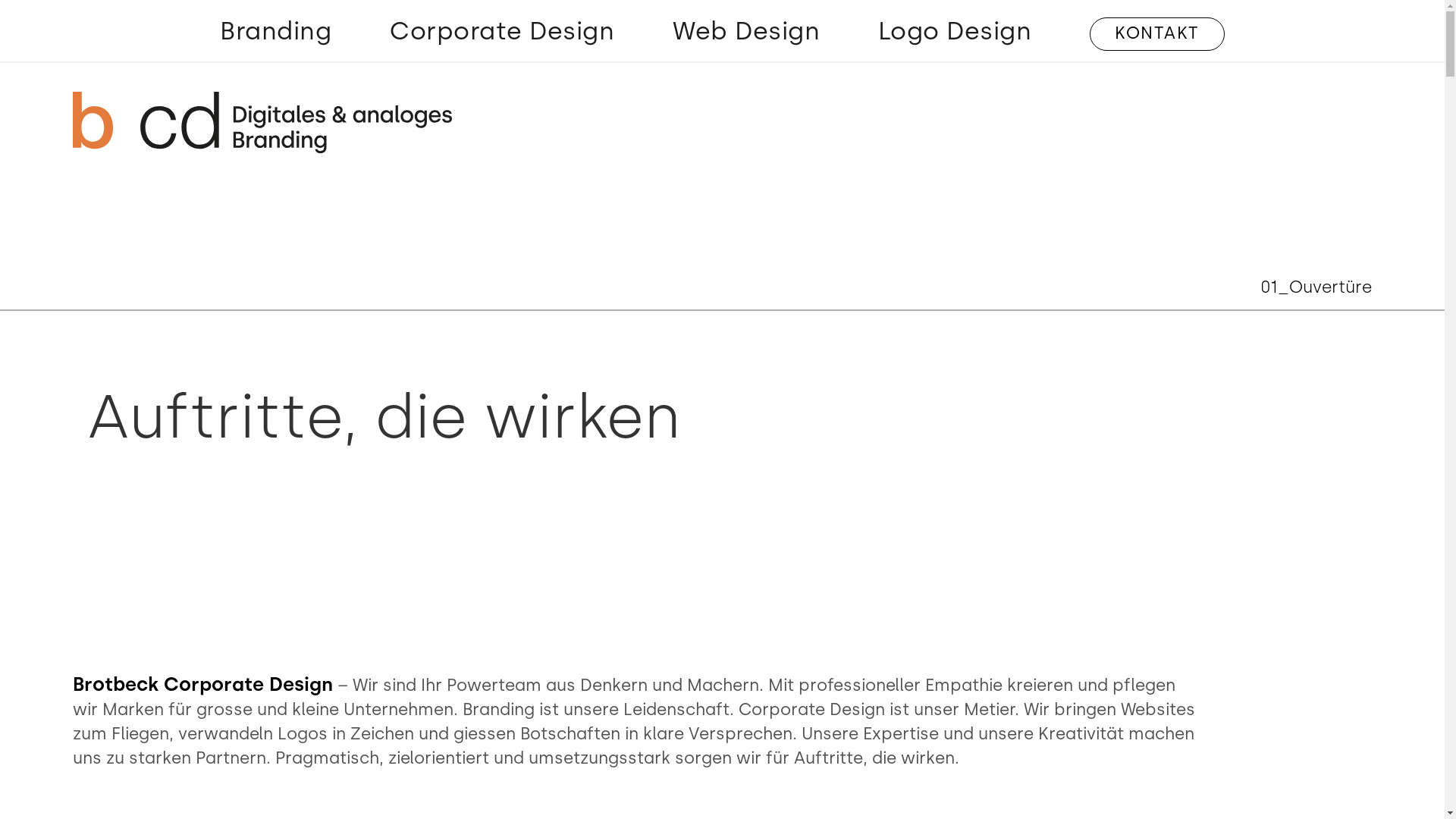 Image resolution: width=1456 pixels, height=819 pixels. What do you see at coordinates (275, 34) in the screenshot?
I see `'Branding'` at bounding box center [275, 34].